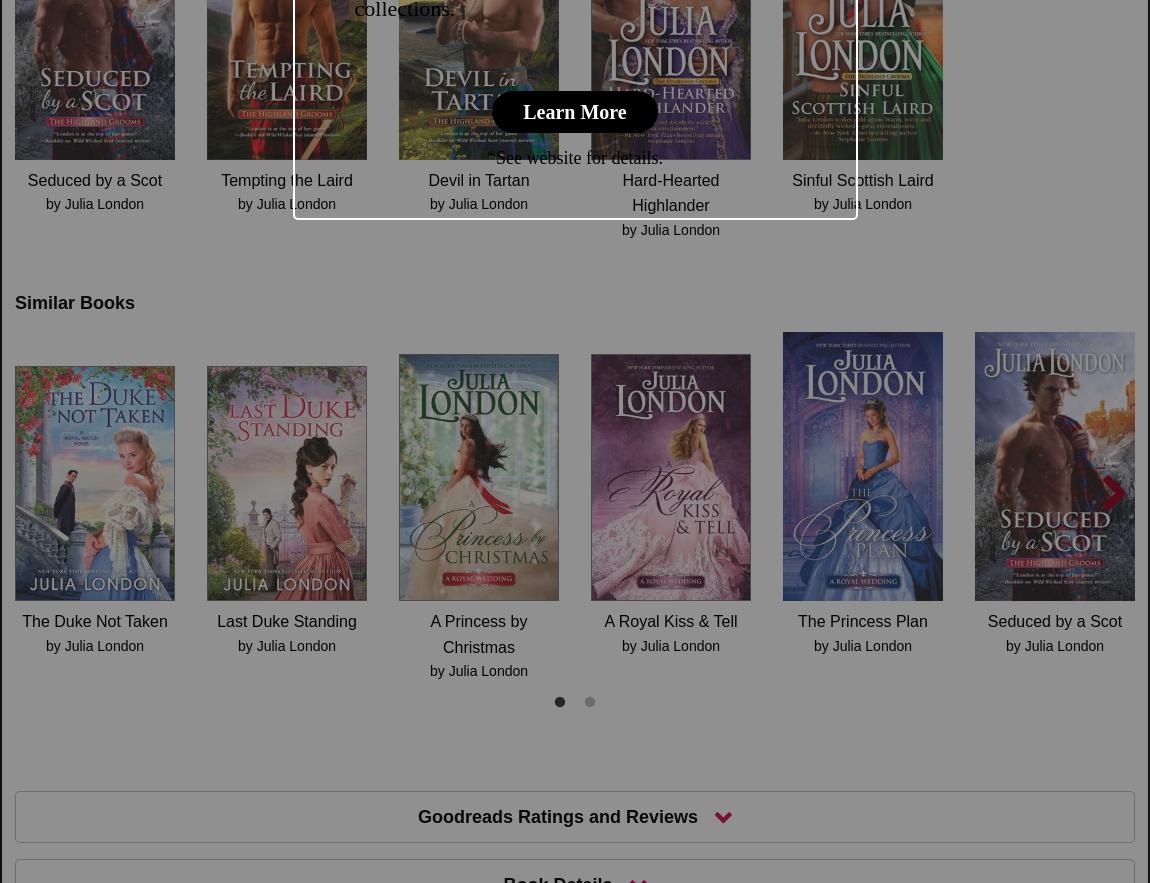 Image resolution: width=1150 pixels, height=883 pixels. What do you see at coordinates (557, 814) in the screenshot?
I see `'Goodreads Ratings and Reviews'` at bounding box center [557, 814].